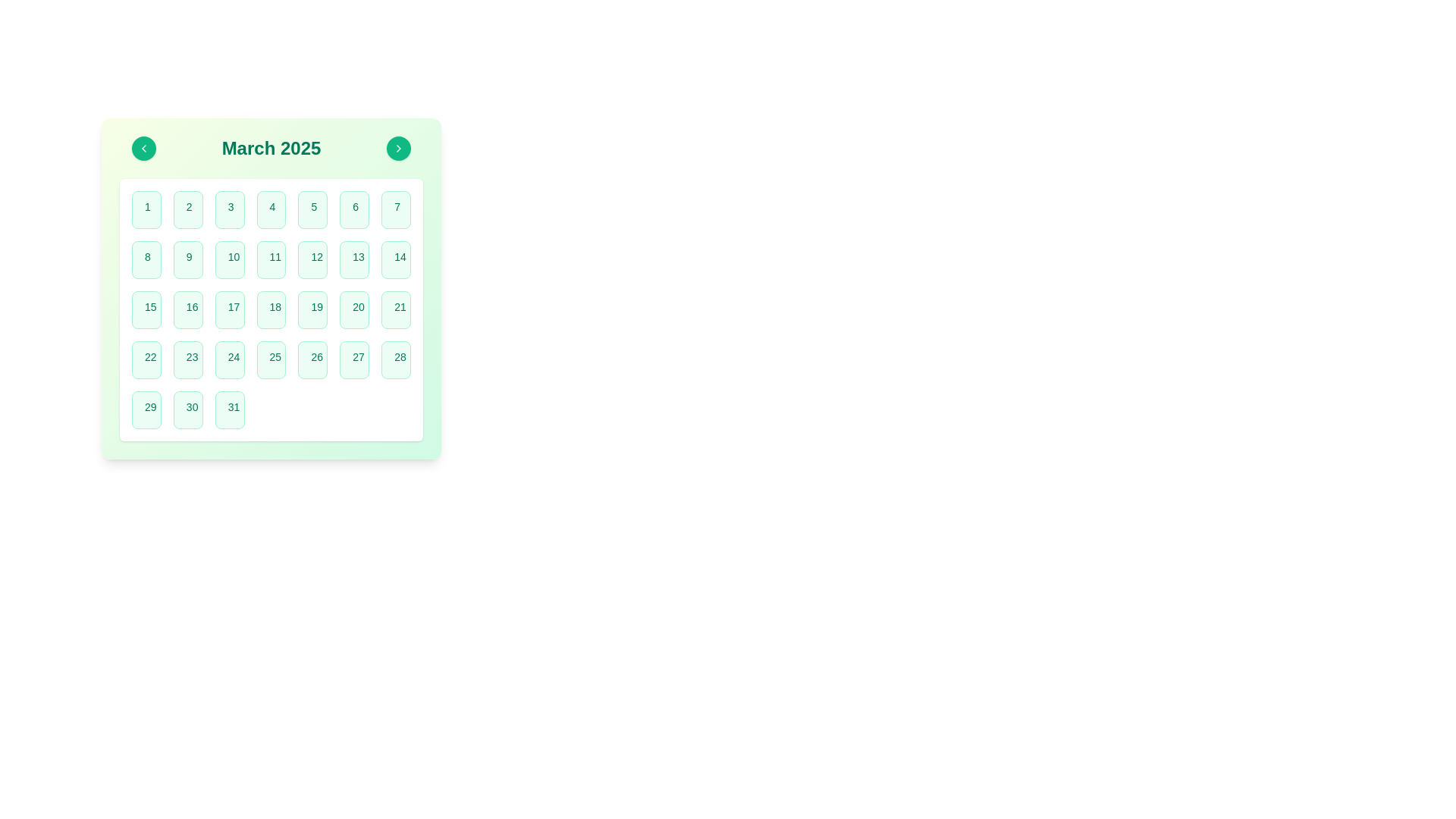  Describe the element at coordinates (187, 259) in the screenshot. I see `the Day tile representing the 9th day in the calendar grid, which is a rounded rectangular tile with a soft green background and the number '9' in dark green font` at that location.